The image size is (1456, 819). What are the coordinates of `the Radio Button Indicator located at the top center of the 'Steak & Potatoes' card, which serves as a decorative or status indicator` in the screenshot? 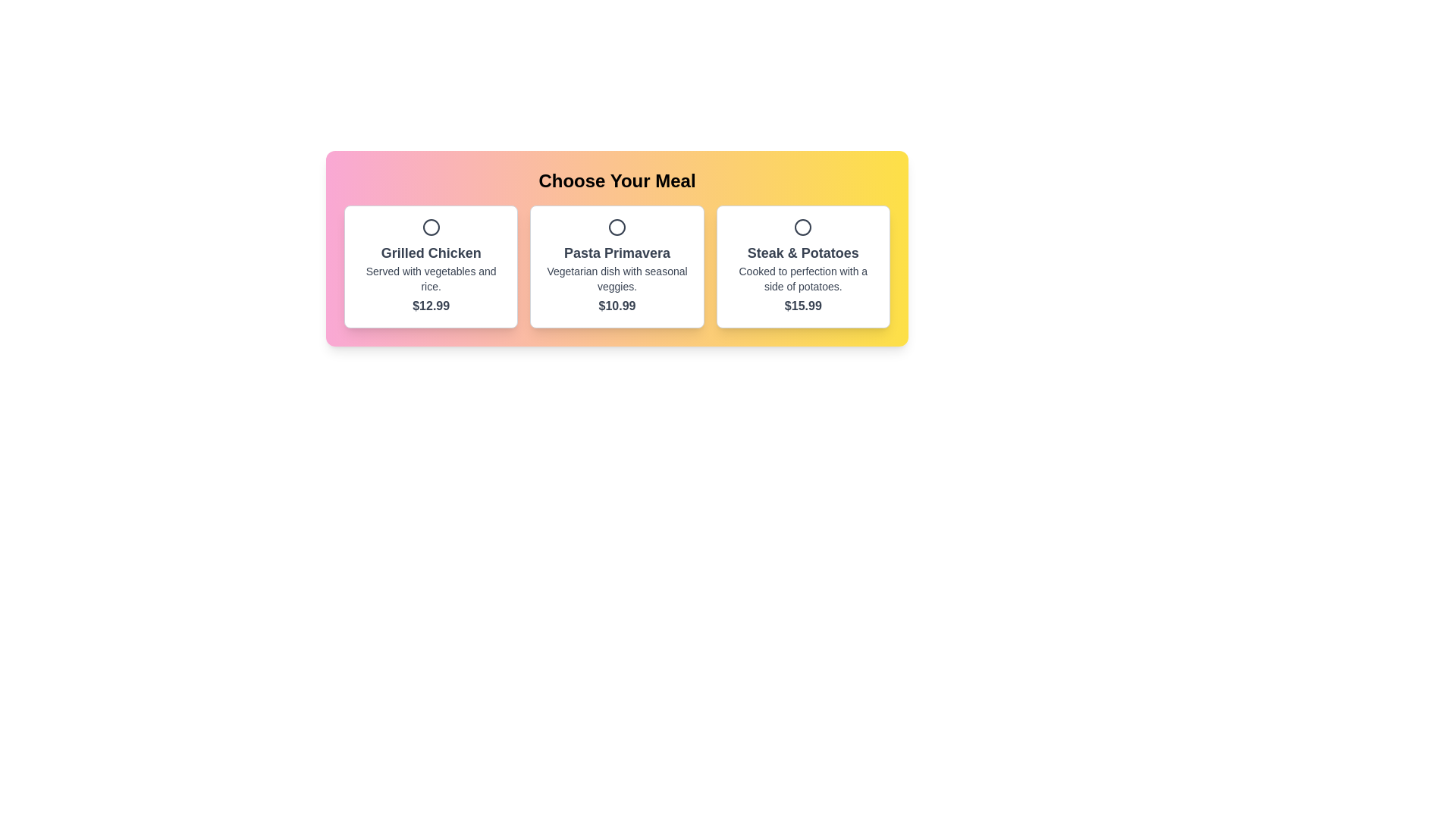 It's located at (802, 227).